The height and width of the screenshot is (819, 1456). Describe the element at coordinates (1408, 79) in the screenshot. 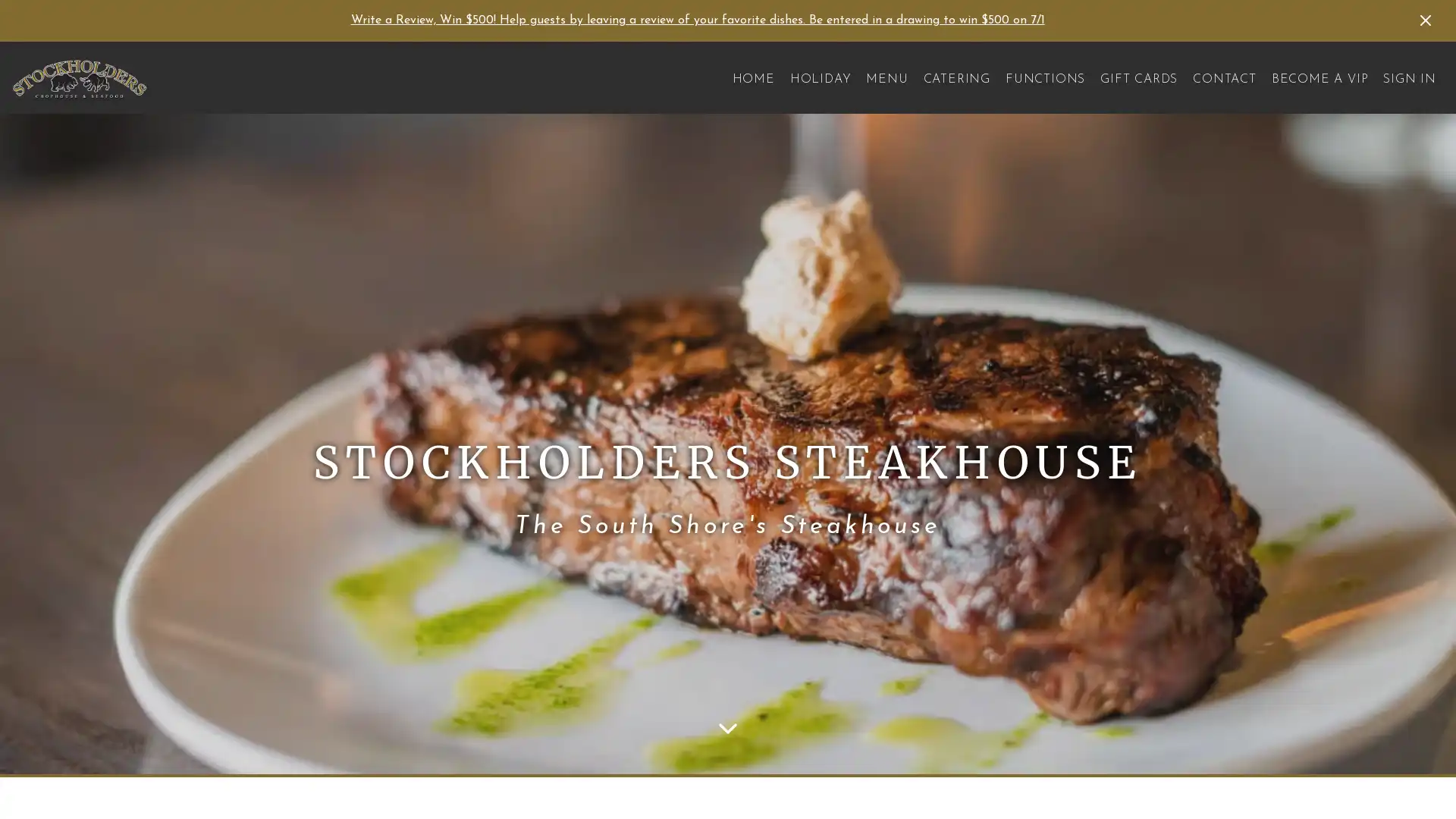

I see `SIGN IN` at that location.